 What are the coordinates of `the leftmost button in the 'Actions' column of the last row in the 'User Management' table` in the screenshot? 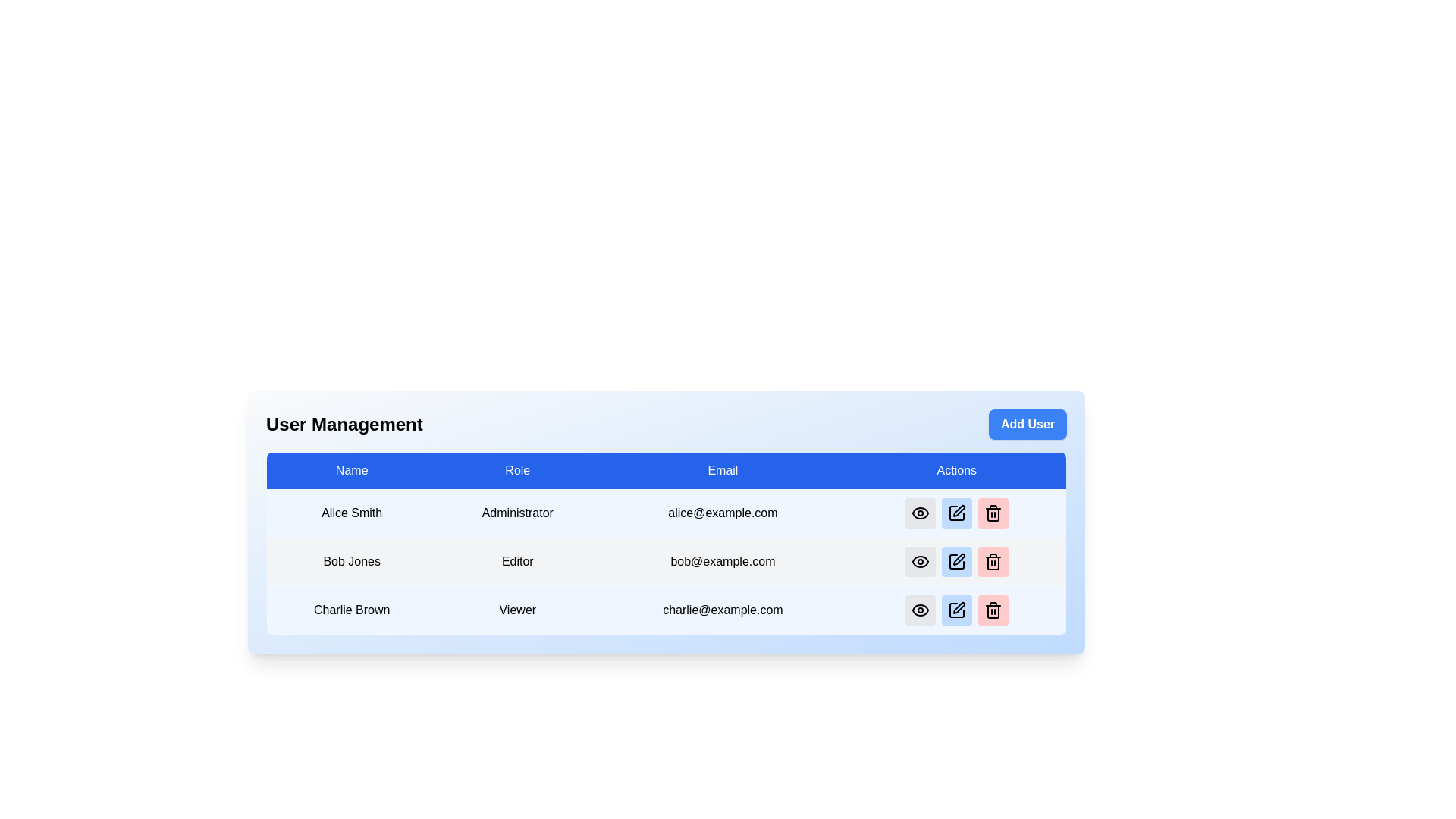 It's located at (919, 610).